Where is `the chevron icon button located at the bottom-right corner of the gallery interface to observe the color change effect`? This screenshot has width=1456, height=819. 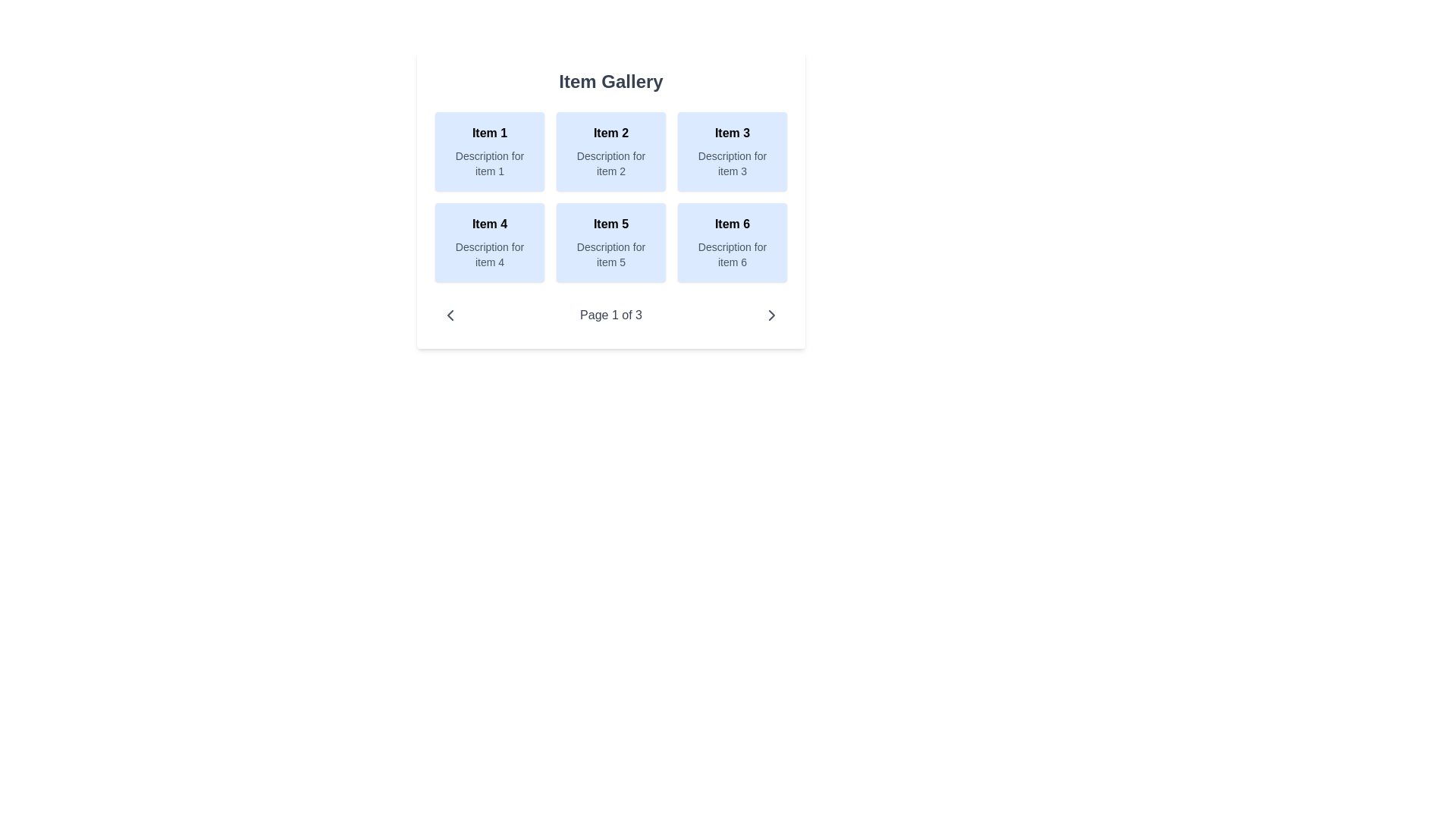 the chevron icon button located at the bottom-right corner of the gallery interface to observe the color change effect is located at coordinates (771, 315).